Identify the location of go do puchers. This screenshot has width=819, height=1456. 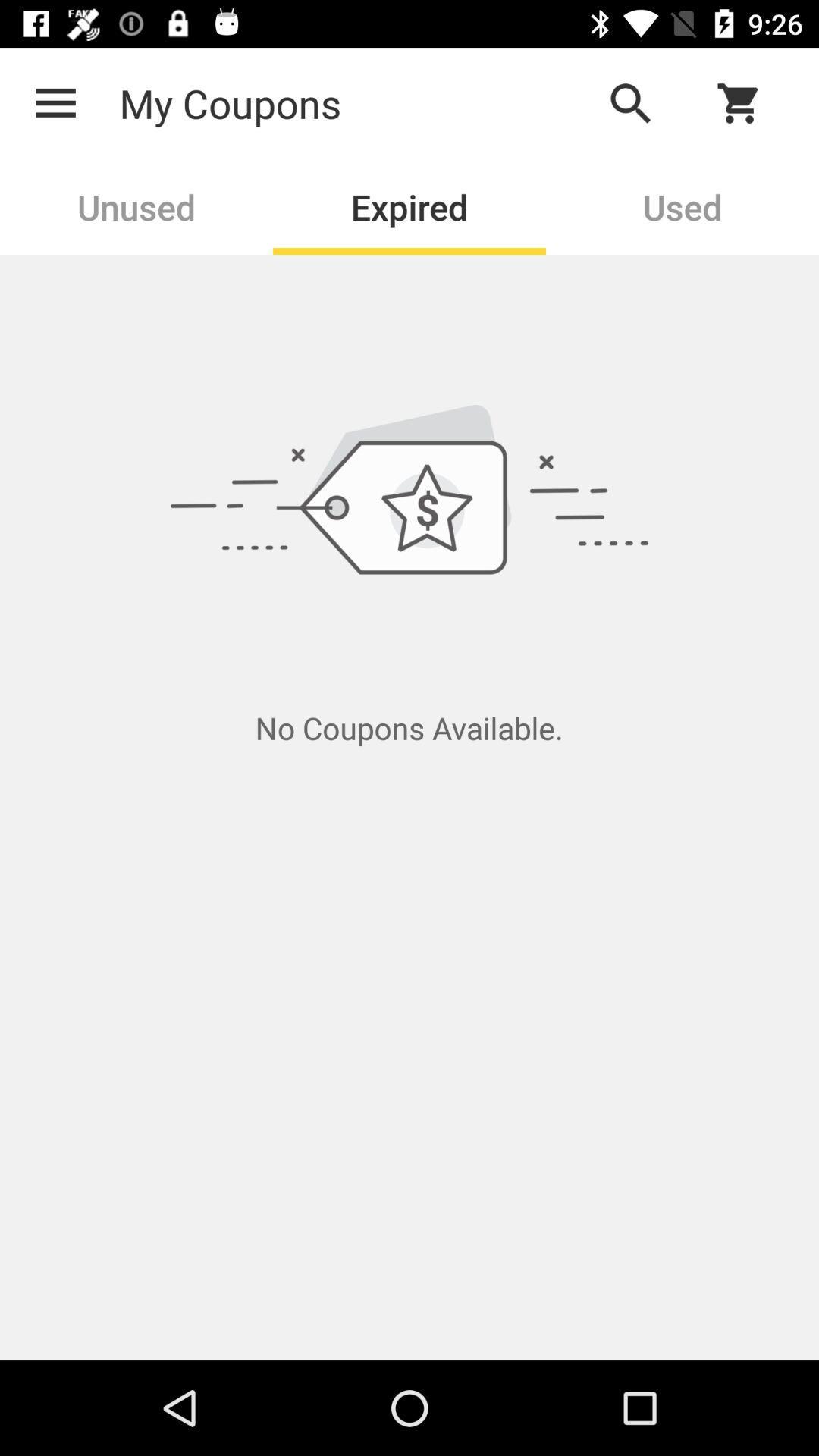
(748, 102).